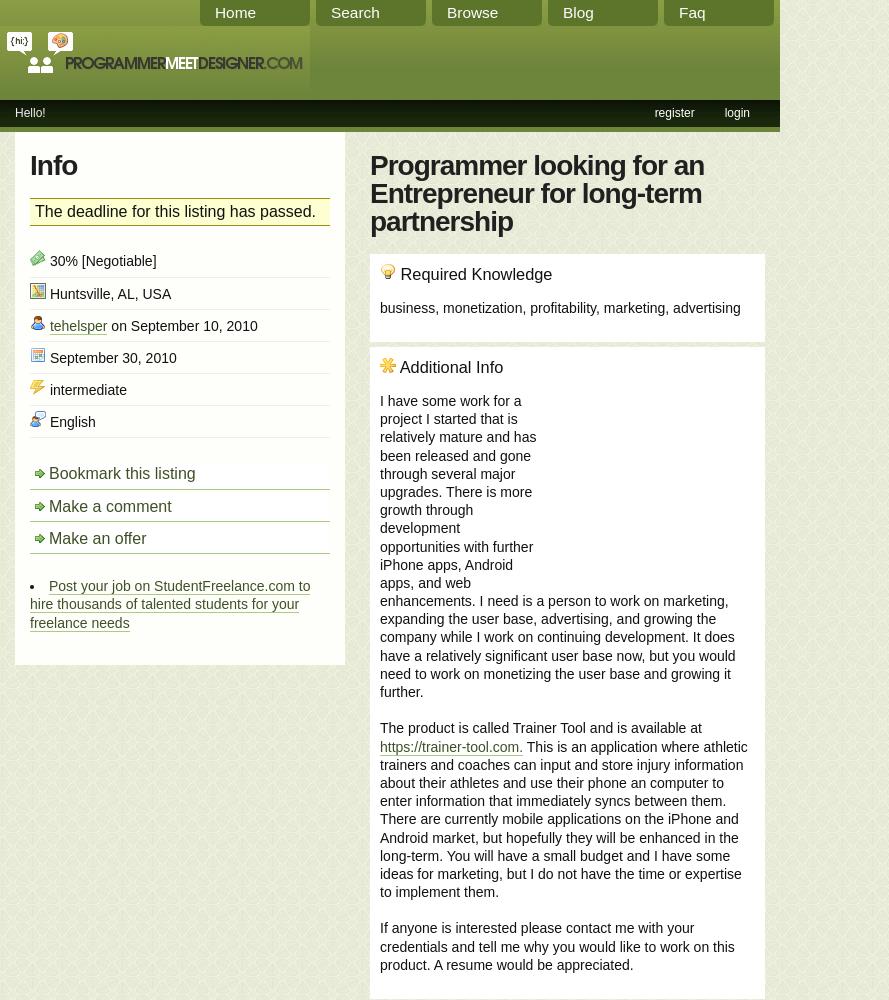 The width and height of the screenshot is (889, 1000). I want to click on 'login', so click(723, 112).